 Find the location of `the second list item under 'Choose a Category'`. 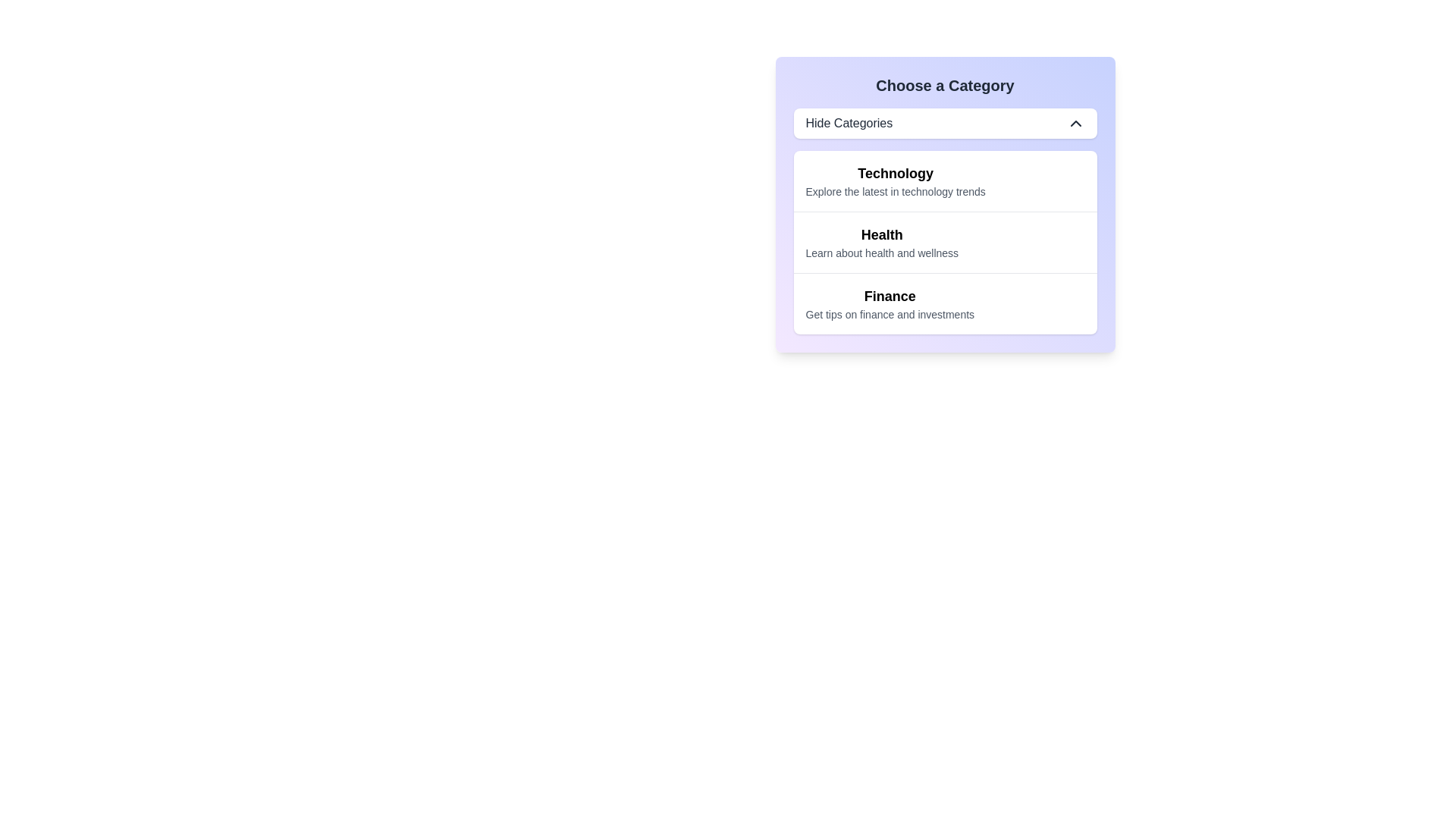

the second list item under 'Choose a Category' is located at coordinates (882, 242).